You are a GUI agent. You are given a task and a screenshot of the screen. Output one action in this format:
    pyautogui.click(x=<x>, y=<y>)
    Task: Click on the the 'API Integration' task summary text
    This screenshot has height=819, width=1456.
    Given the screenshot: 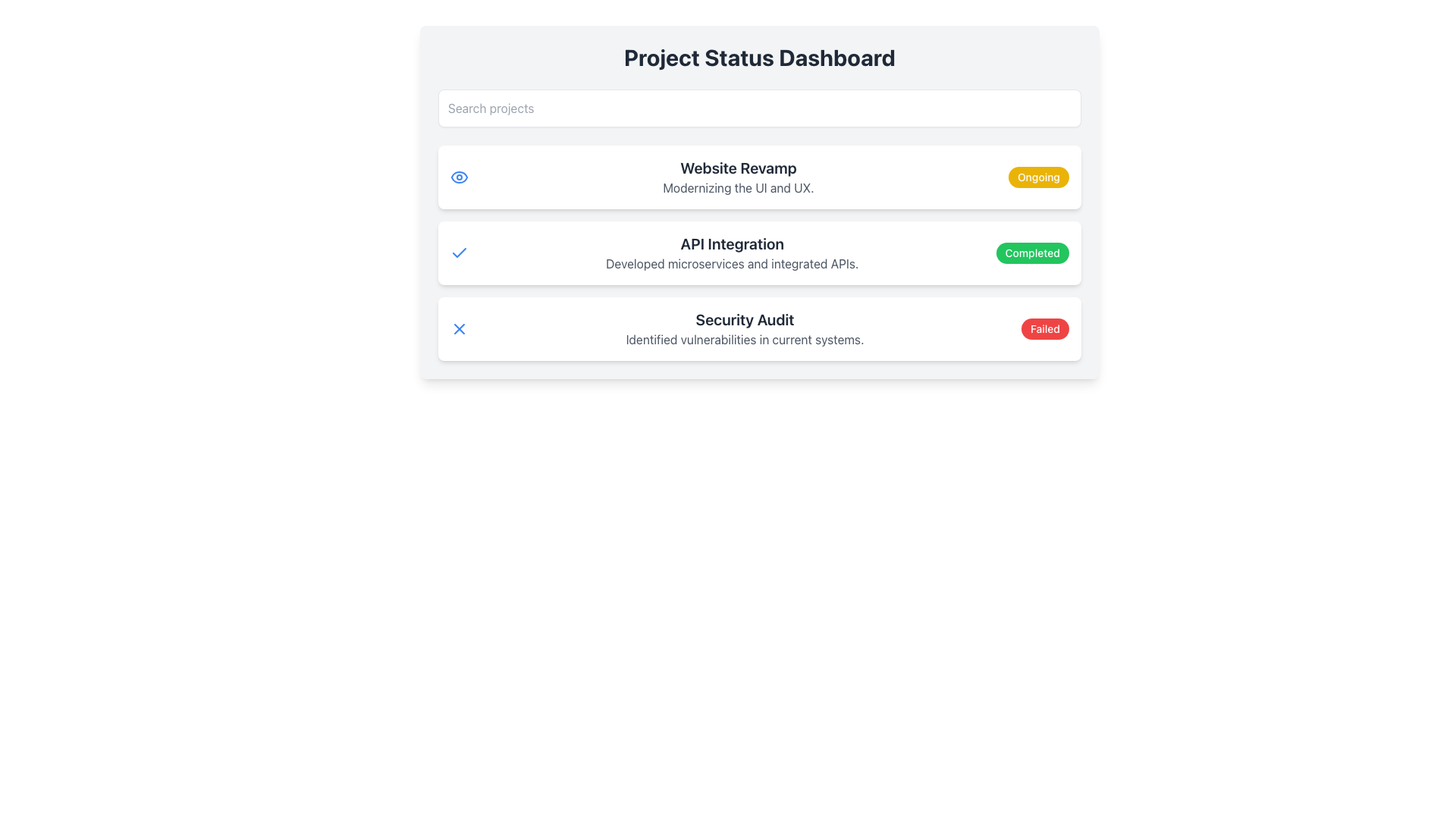 What is the action you would take?
    pyautogui.click(x=760, y=253)
    